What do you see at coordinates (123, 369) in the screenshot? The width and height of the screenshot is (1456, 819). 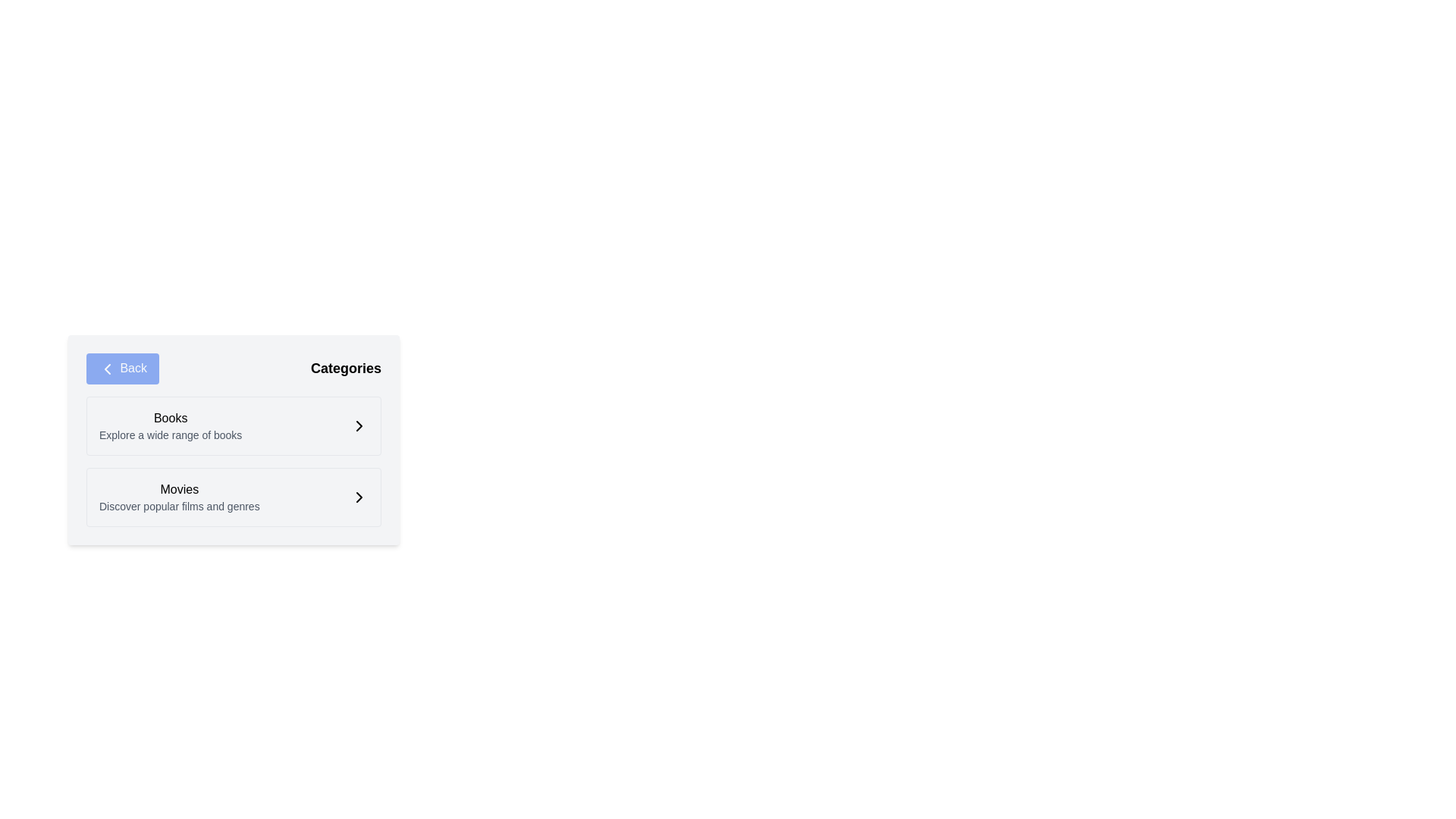 I see `the 'Back' button with a blue background and white text, which includes a leftward arrow icon` at bounding box center [123, 369].